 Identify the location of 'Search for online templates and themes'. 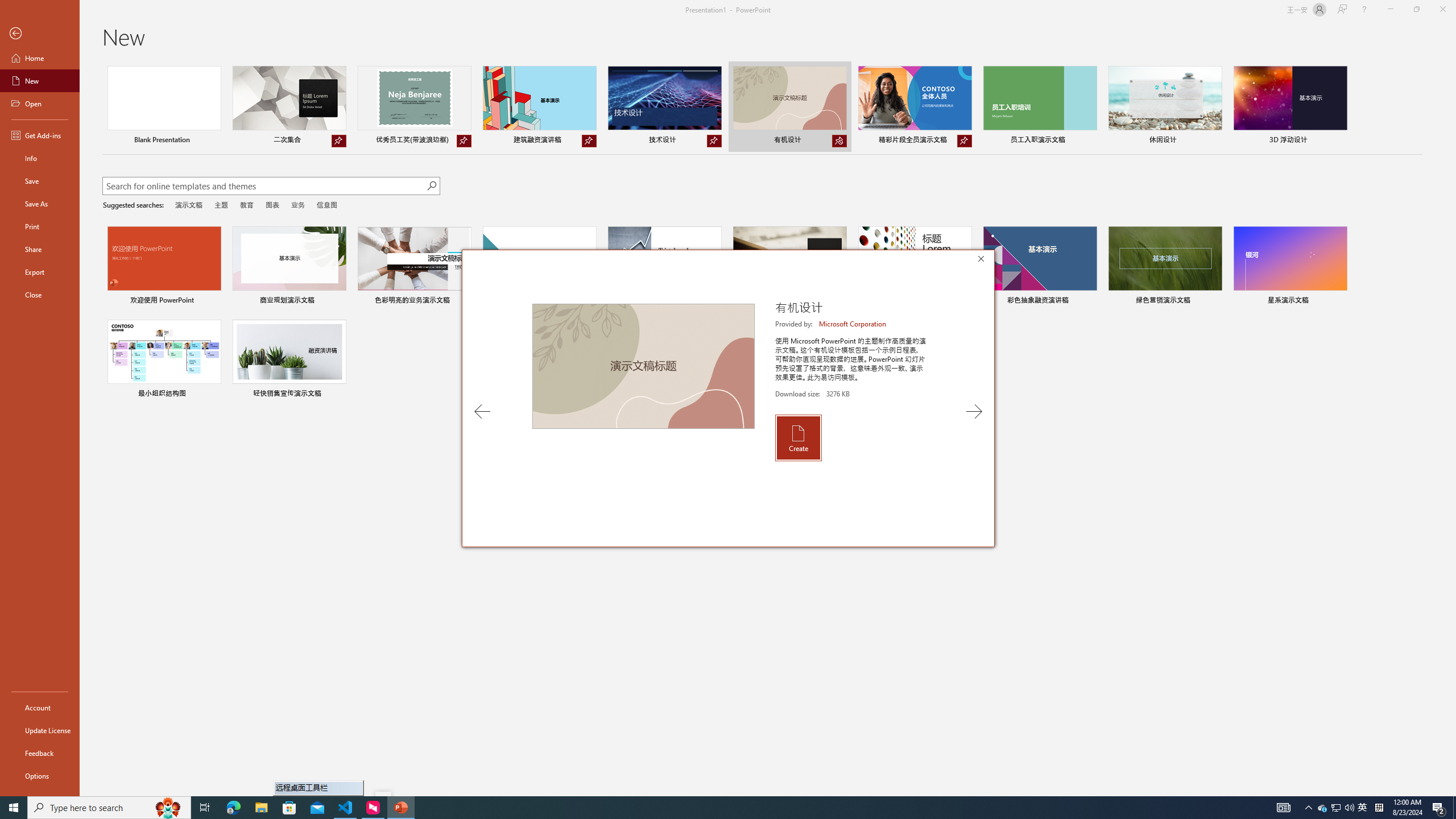
(264, 187).